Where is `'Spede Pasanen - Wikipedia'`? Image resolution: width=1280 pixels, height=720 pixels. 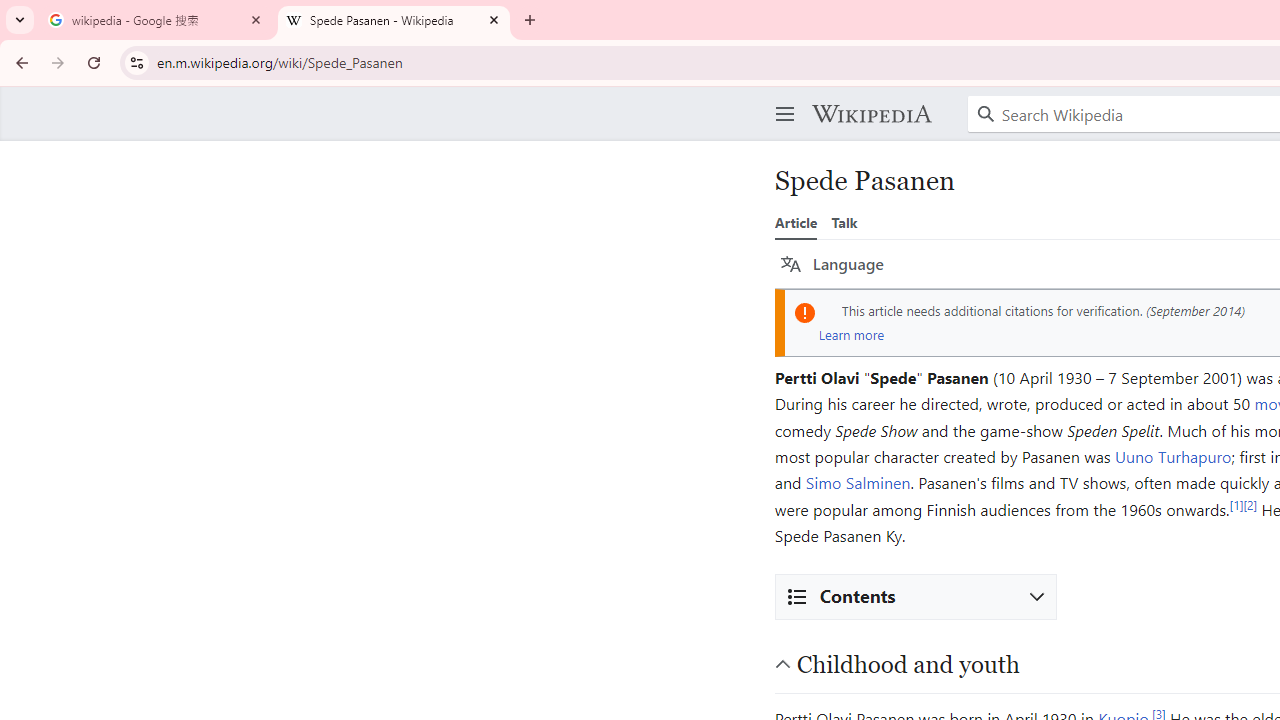 'Spede Pasanen - Wikipedia' is located at coordinates (394, 20).